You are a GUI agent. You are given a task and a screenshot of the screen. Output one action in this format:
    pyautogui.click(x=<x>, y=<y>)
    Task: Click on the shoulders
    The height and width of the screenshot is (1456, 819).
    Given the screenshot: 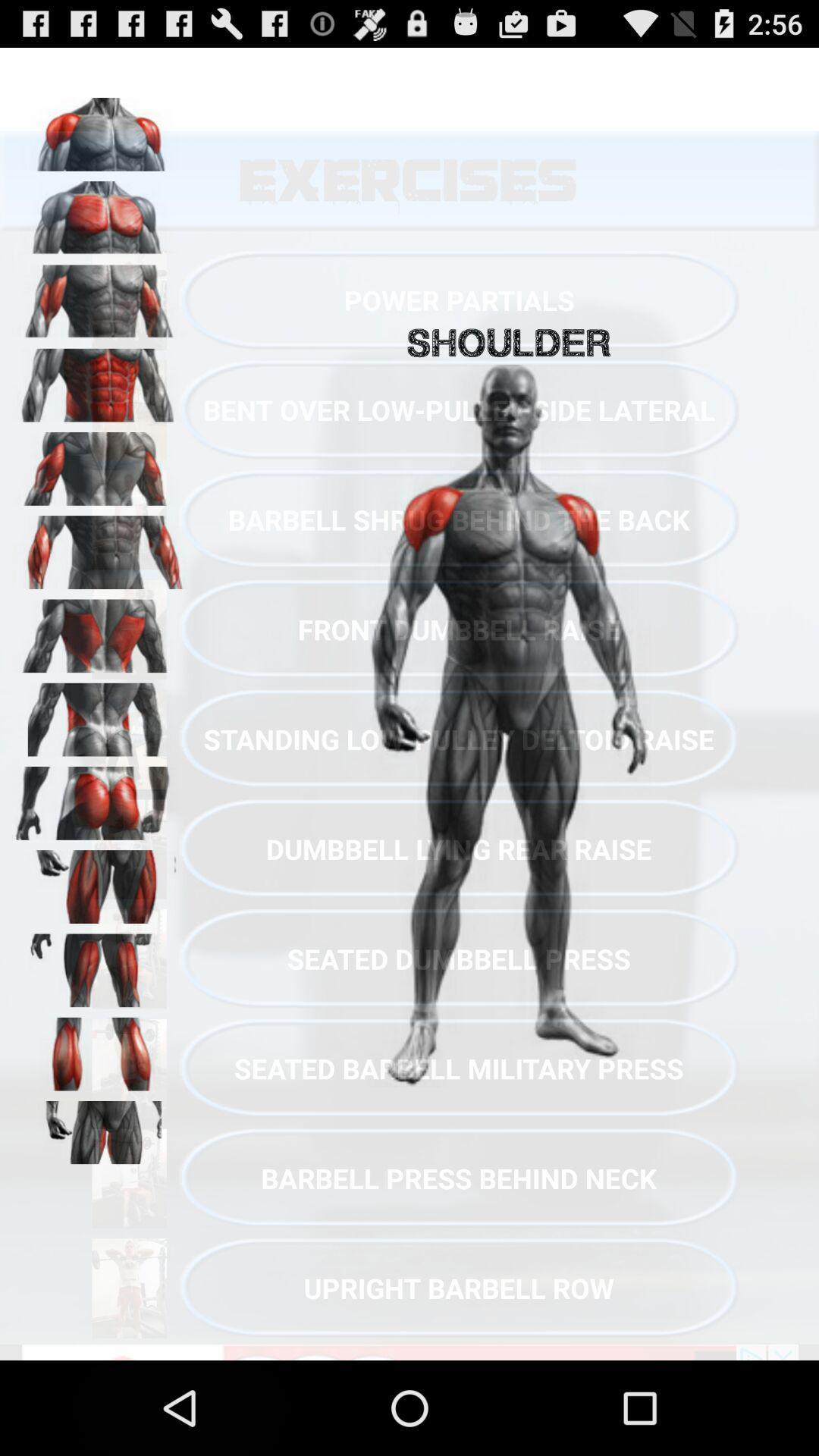 What is the action you would take?
    pyautogui.click(x=99, y=129)
    